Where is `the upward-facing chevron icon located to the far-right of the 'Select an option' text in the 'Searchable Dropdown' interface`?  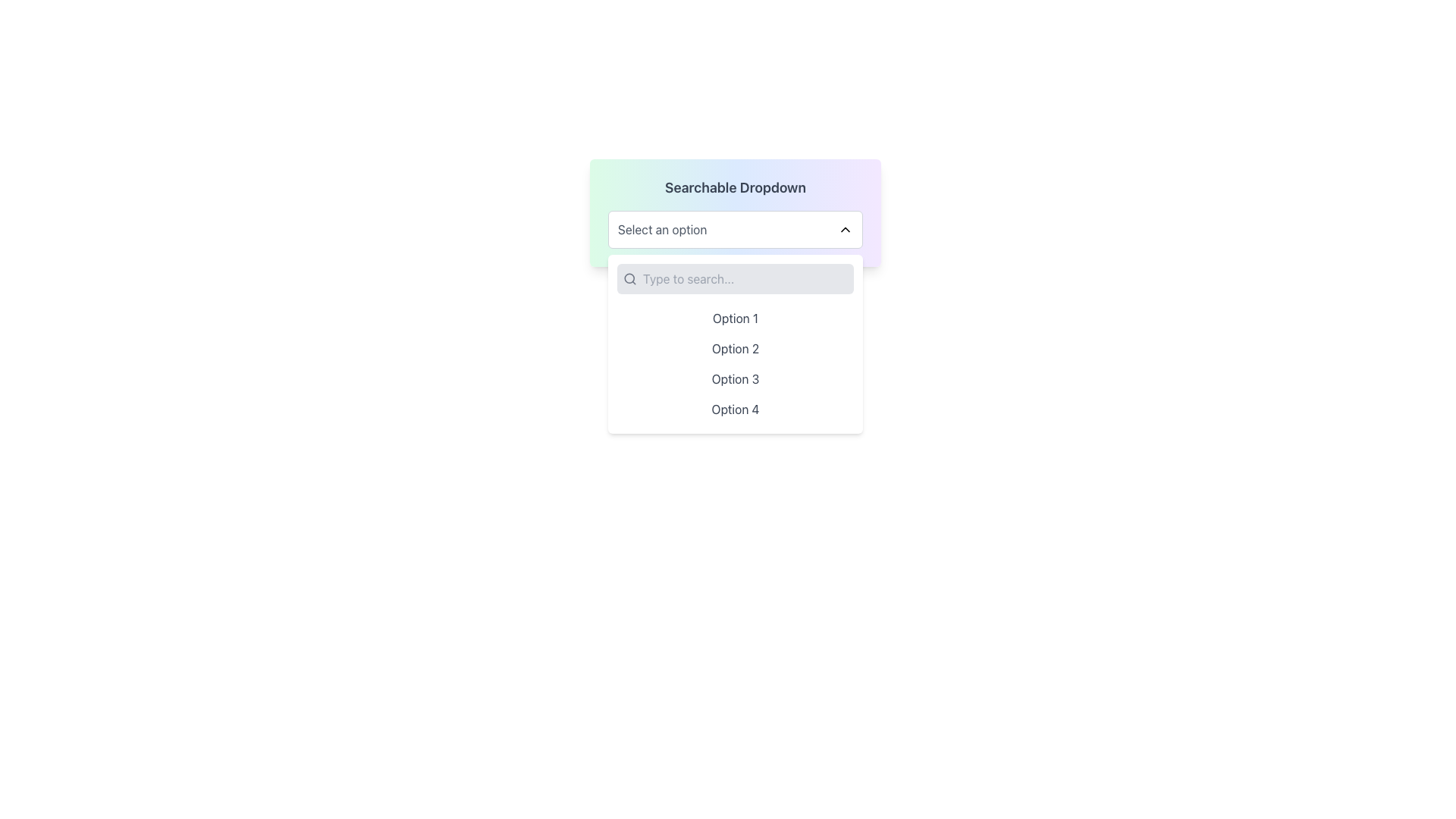
the upward-facing chevron icon located to the far-right of the 'Select an option' text in the 'Searchable Dropdown' interface is located at coordinates (844, 230).